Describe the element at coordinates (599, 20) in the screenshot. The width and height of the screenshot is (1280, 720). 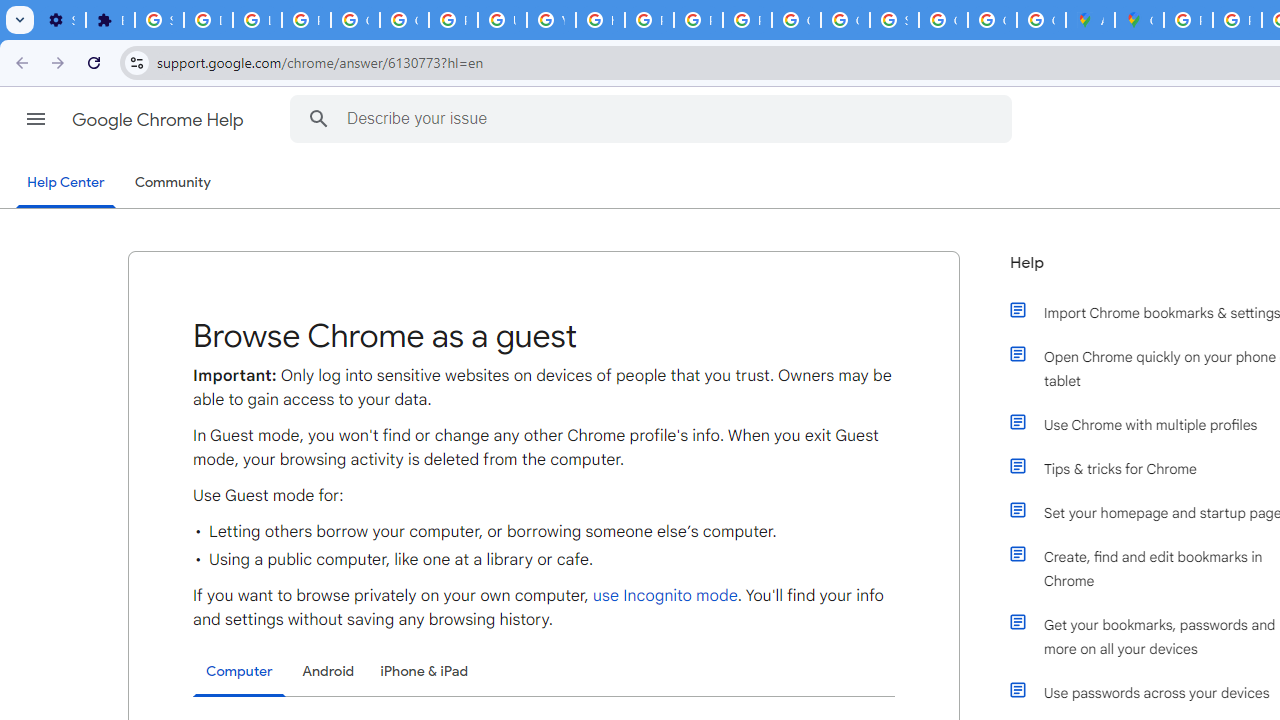
I see `'https://scholar.google.com/'` at that location.